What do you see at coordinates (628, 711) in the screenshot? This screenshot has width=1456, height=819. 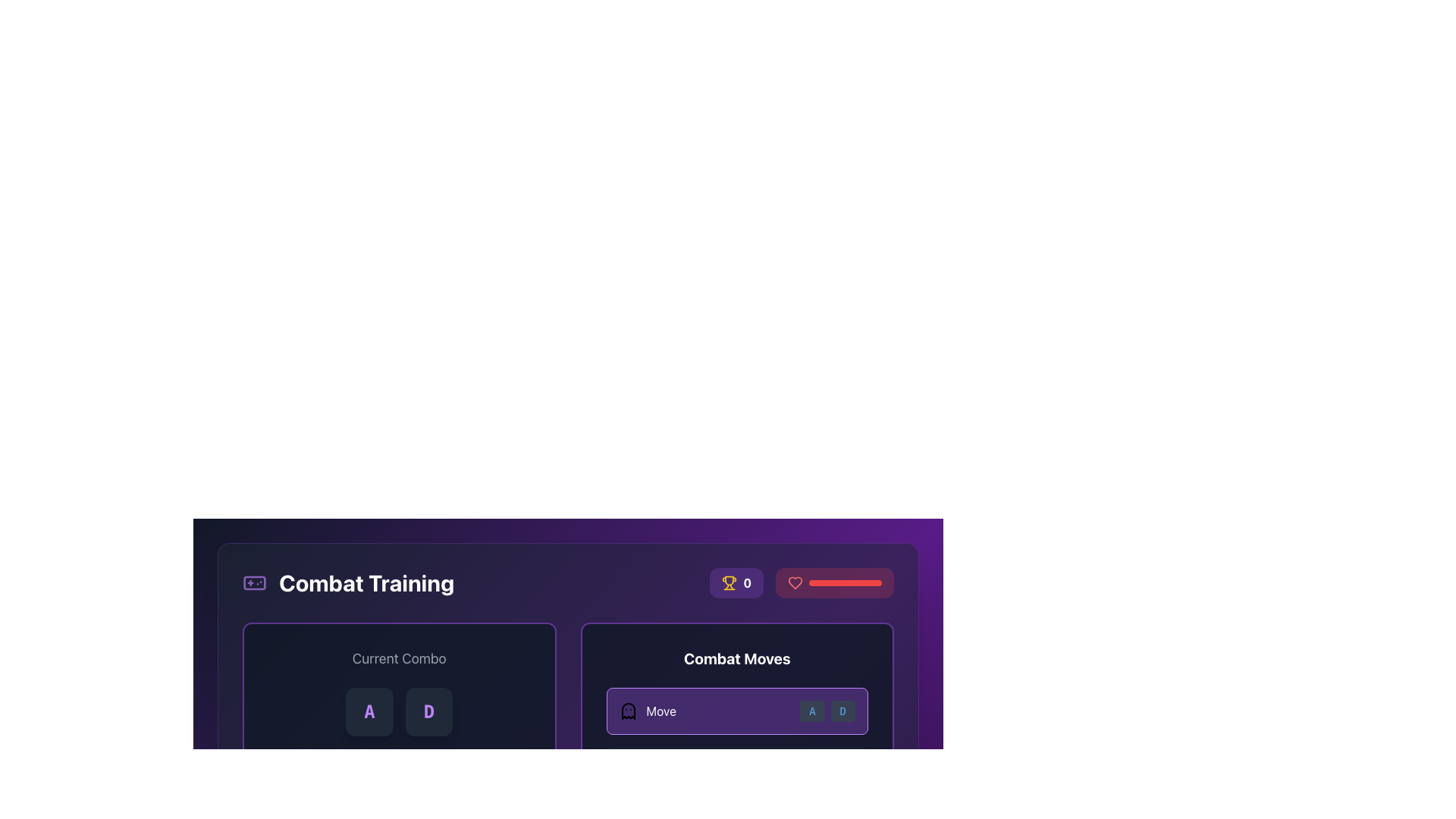 I see `the decorative 'Move' action icon located in the 'Combat Moves' section's SVG, positioned before the text 'Move'` at bounding box center [628, 711].